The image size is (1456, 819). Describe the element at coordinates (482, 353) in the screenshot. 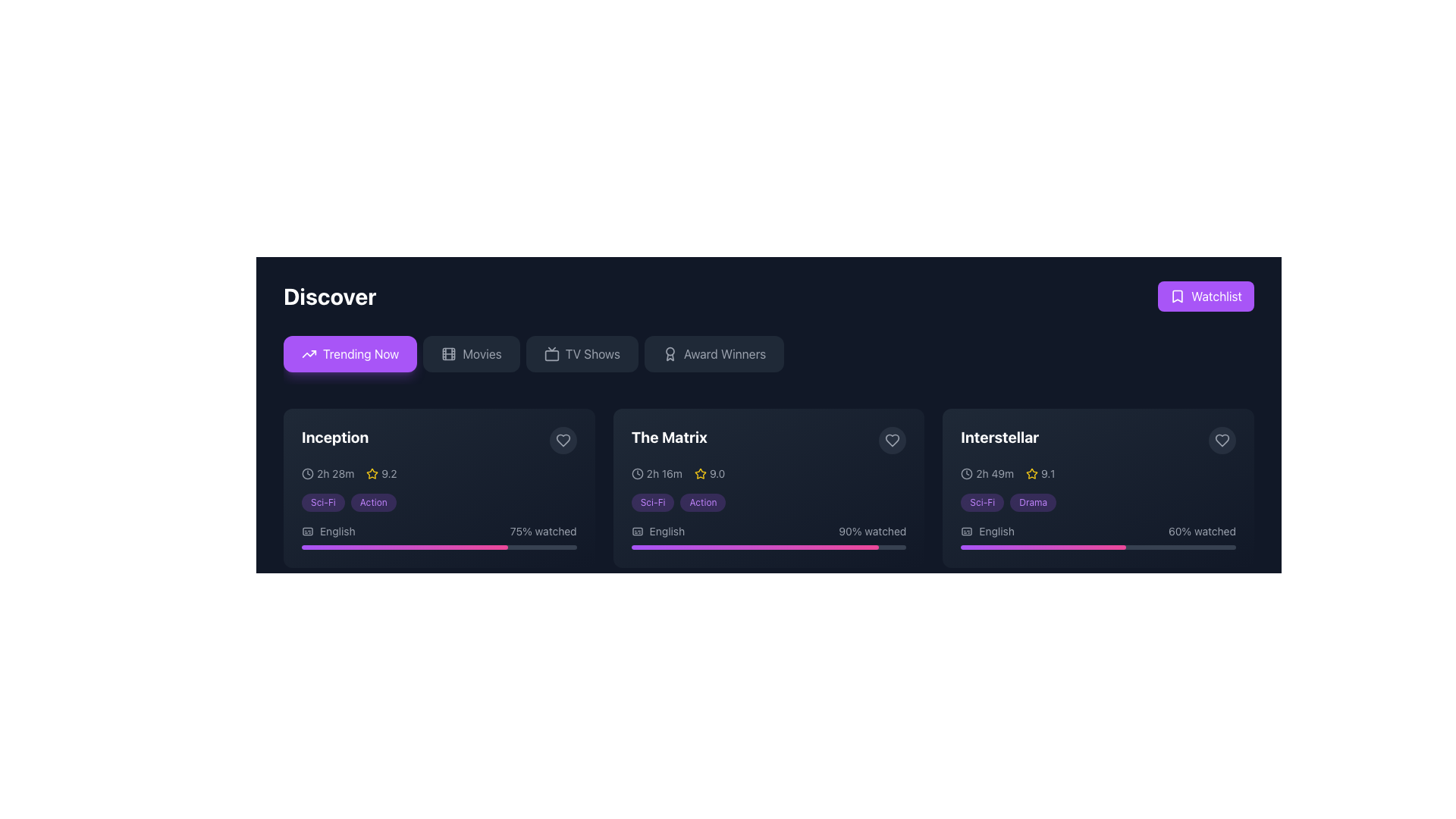

I see `the 'Movies' text label, which is styled in light gray within a dark-themed navigation bar` at that location.